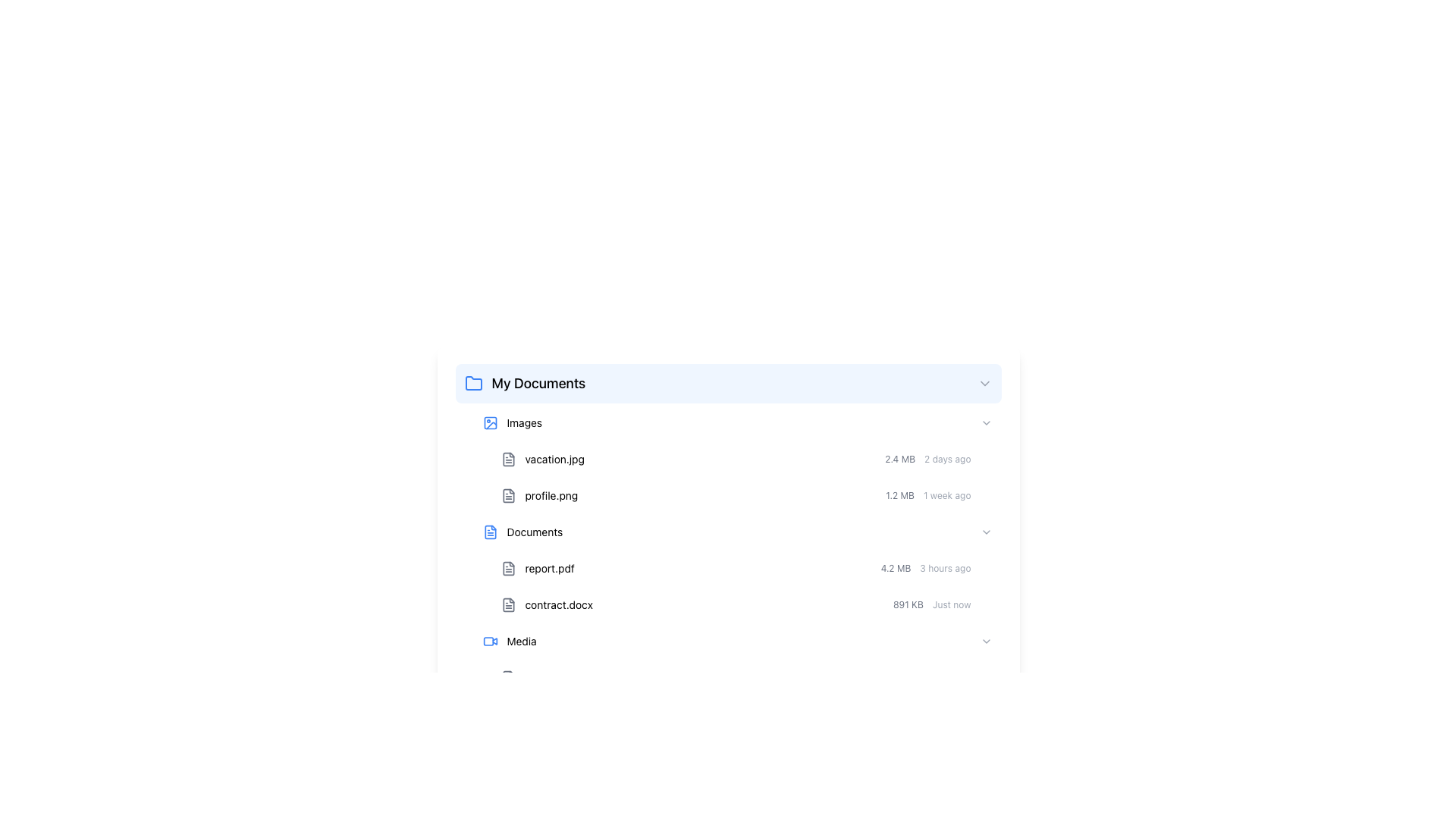 This screenshot has width=1456, height=819. I want to click on the button-like label with the icon that is associated with the 'Images' section, located at the top of the 'My Documents' list, so click(512, 423).